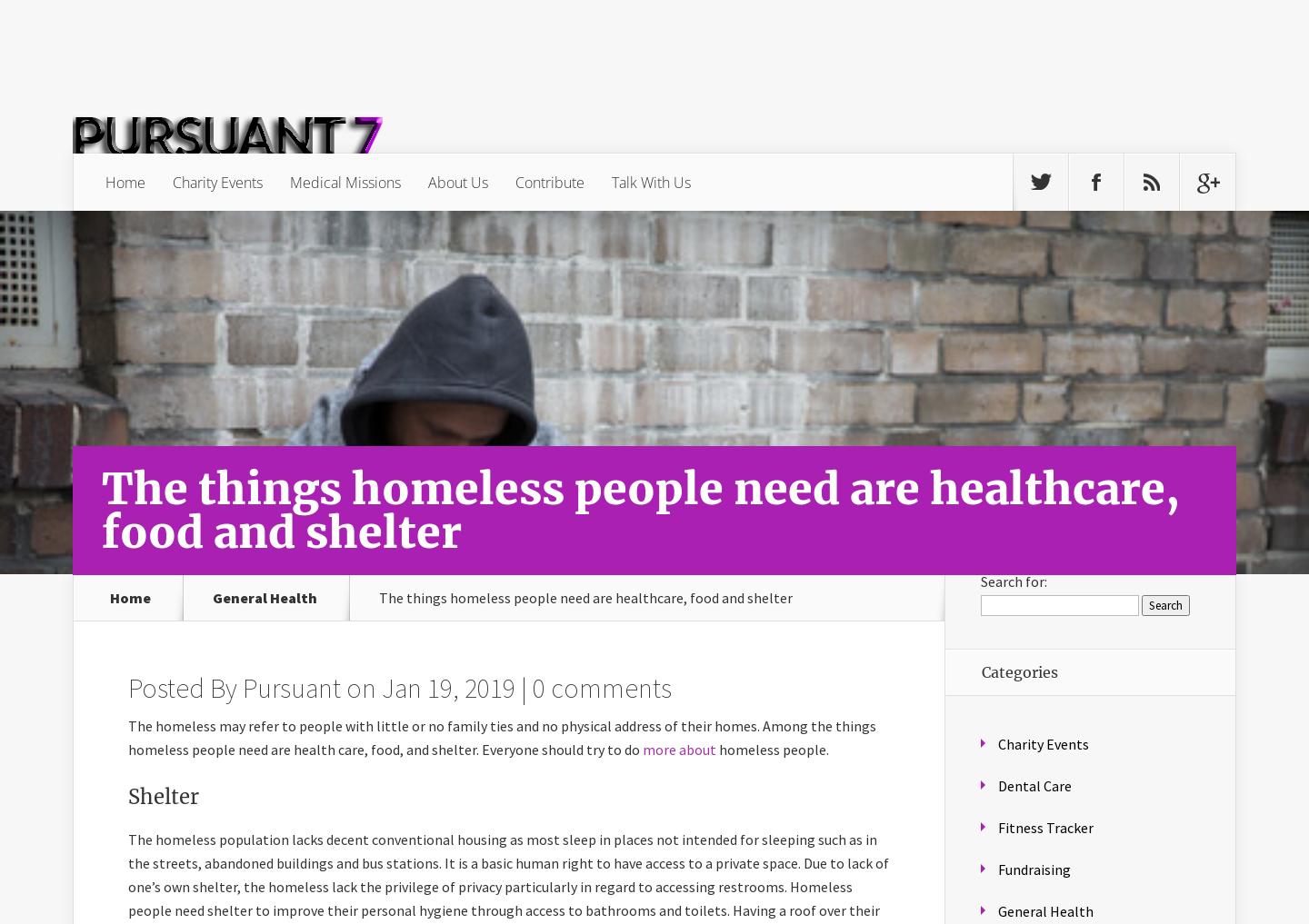  I want to click on 'more about', so click(678, 748).